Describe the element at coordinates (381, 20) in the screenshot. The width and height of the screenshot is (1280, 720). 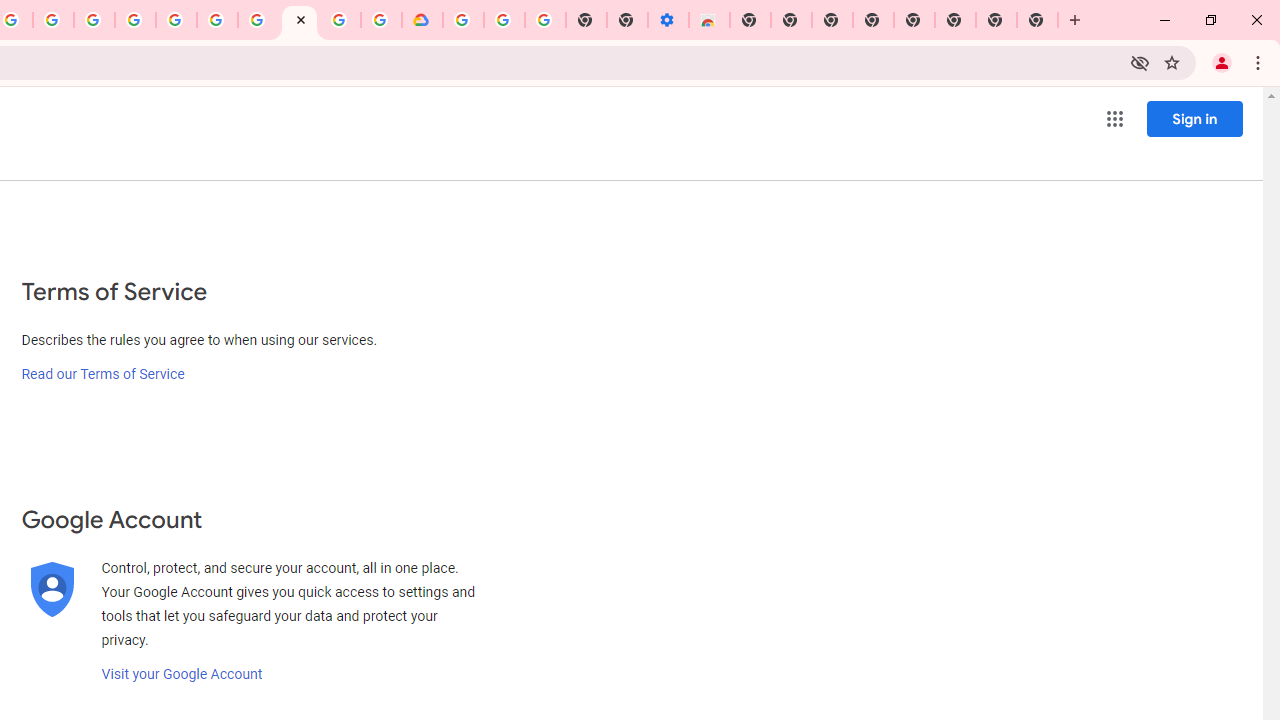
I see `'Browse the Google Chrome Community - Google Chrome Community'` at that location.